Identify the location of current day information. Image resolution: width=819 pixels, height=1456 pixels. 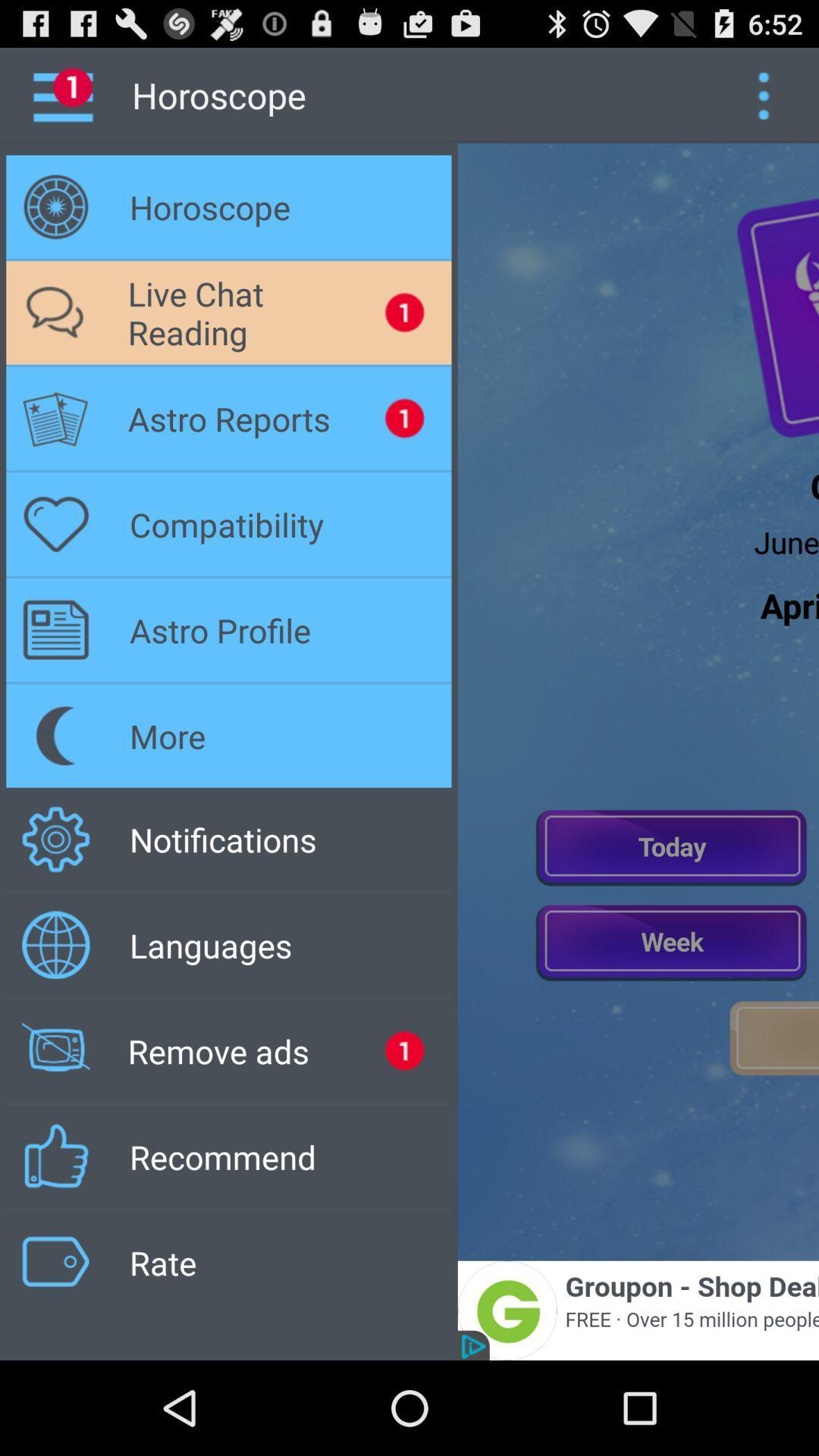
(671, 846).